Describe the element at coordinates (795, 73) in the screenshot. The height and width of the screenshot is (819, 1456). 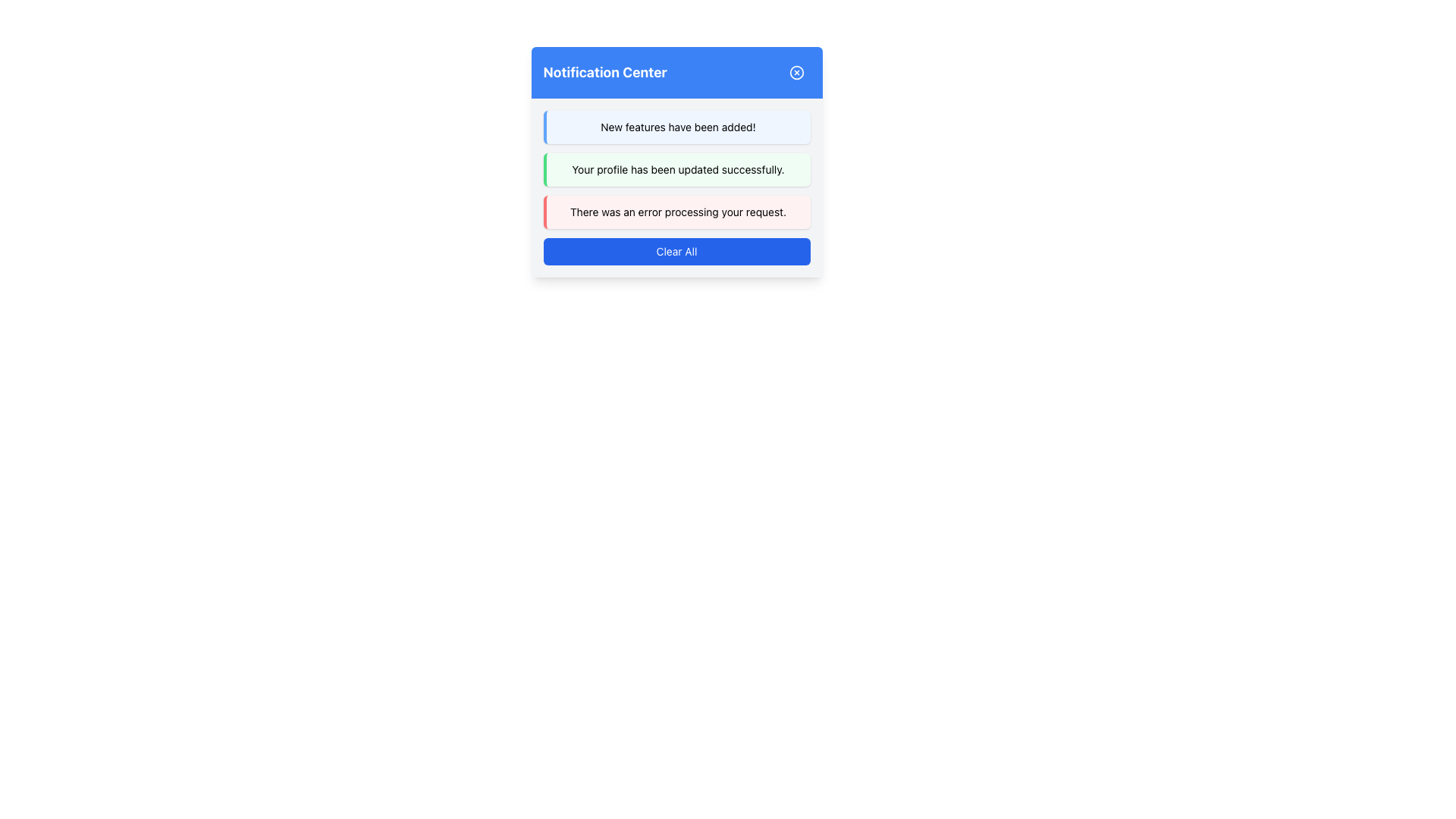
I see `the close button located in the top-right corner of the Notification Center header` at that location.